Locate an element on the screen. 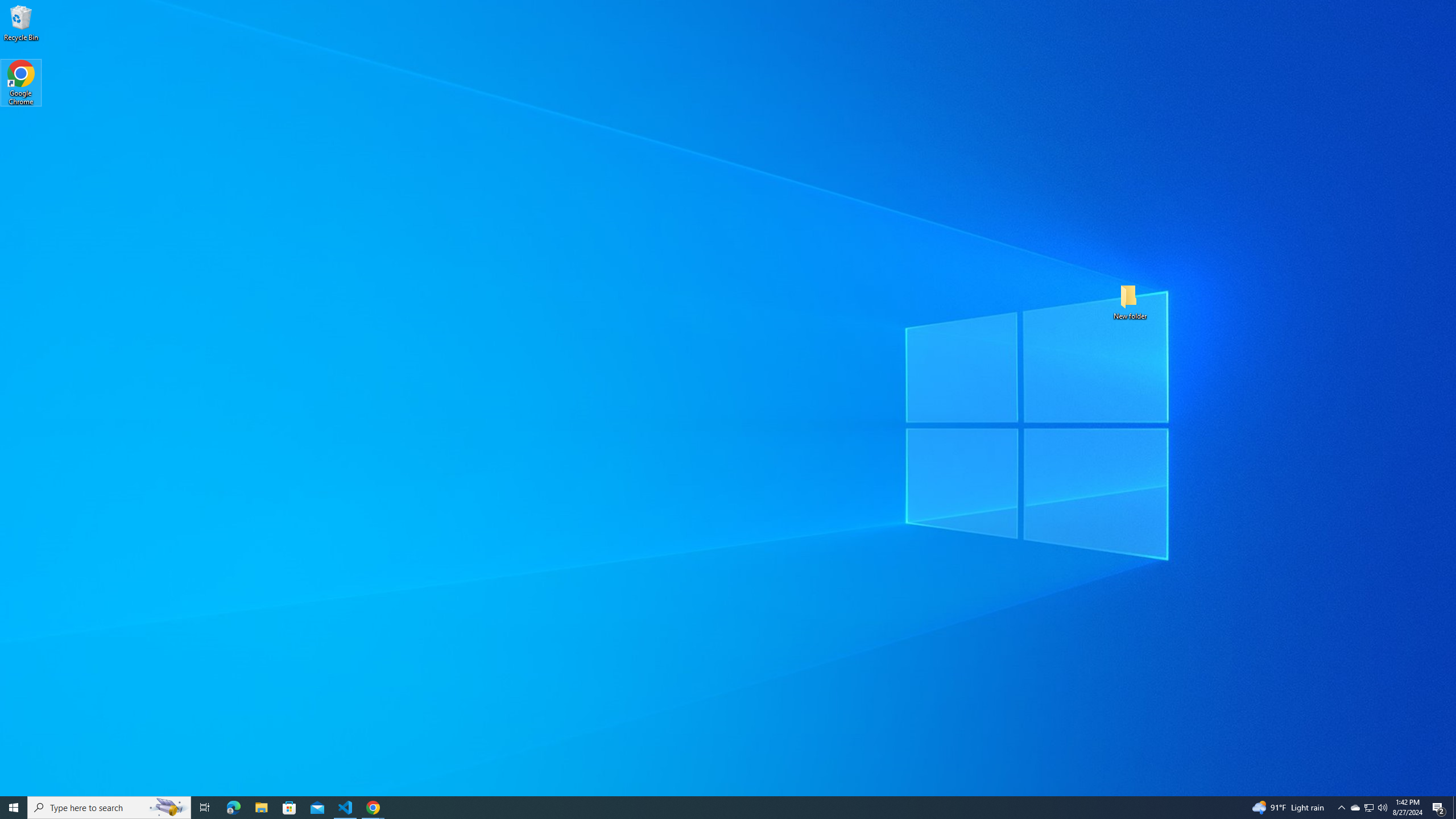 The image size is (1456, 819). 'Google Chrome' is located at coordinates (20, 82).